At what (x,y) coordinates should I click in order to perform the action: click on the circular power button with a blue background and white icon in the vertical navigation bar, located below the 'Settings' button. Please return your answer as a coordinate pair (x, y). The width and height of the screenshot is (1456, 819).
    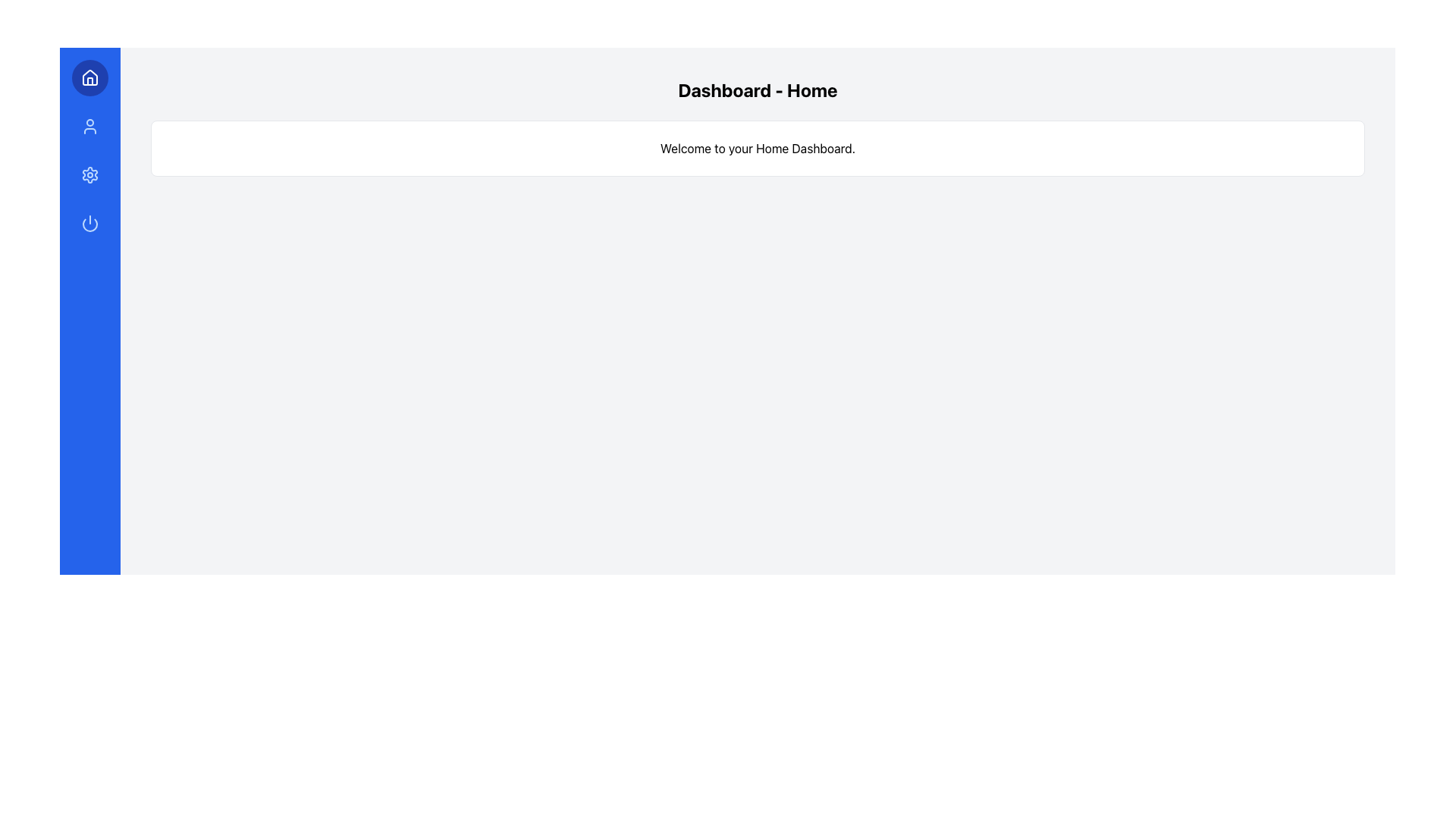
    Looking at the image, I should click on (89, 223).